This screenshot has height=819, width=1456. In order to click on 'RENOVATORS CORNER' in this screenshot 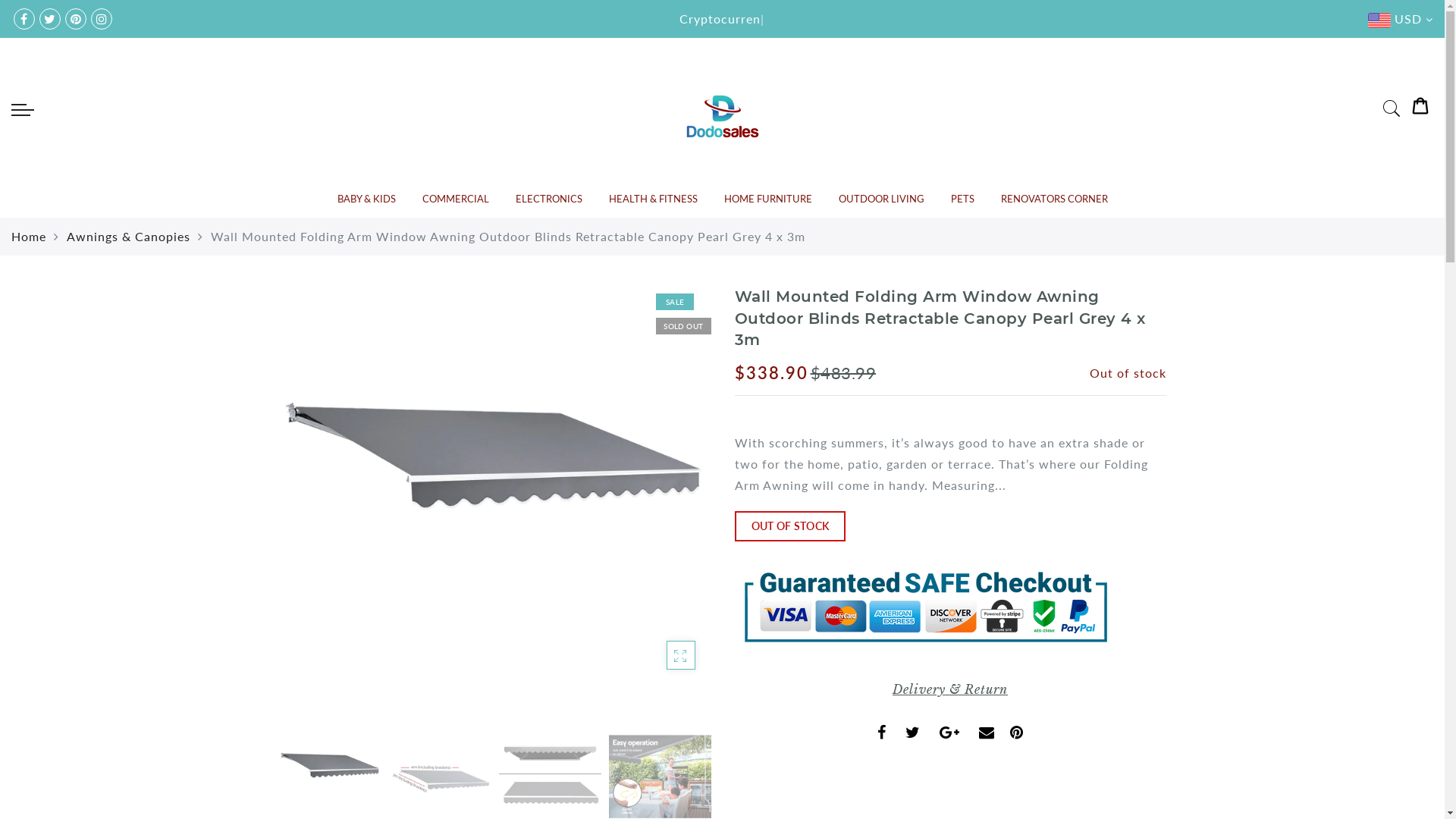, I will do `click(1001, 198)`.